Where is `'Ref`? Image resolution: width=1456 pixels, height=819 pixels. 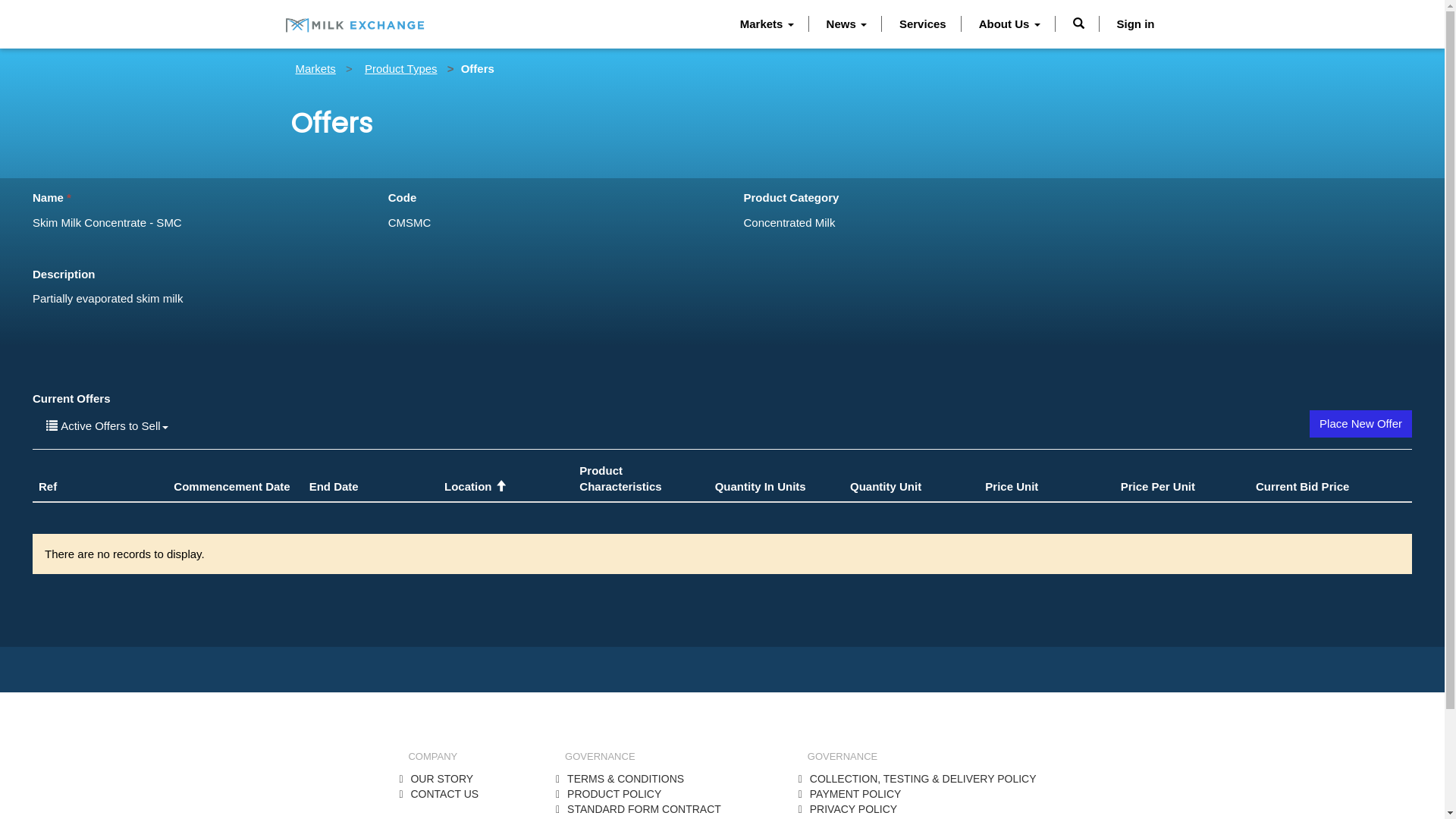 'Ref is located at coordinates (47, 486).